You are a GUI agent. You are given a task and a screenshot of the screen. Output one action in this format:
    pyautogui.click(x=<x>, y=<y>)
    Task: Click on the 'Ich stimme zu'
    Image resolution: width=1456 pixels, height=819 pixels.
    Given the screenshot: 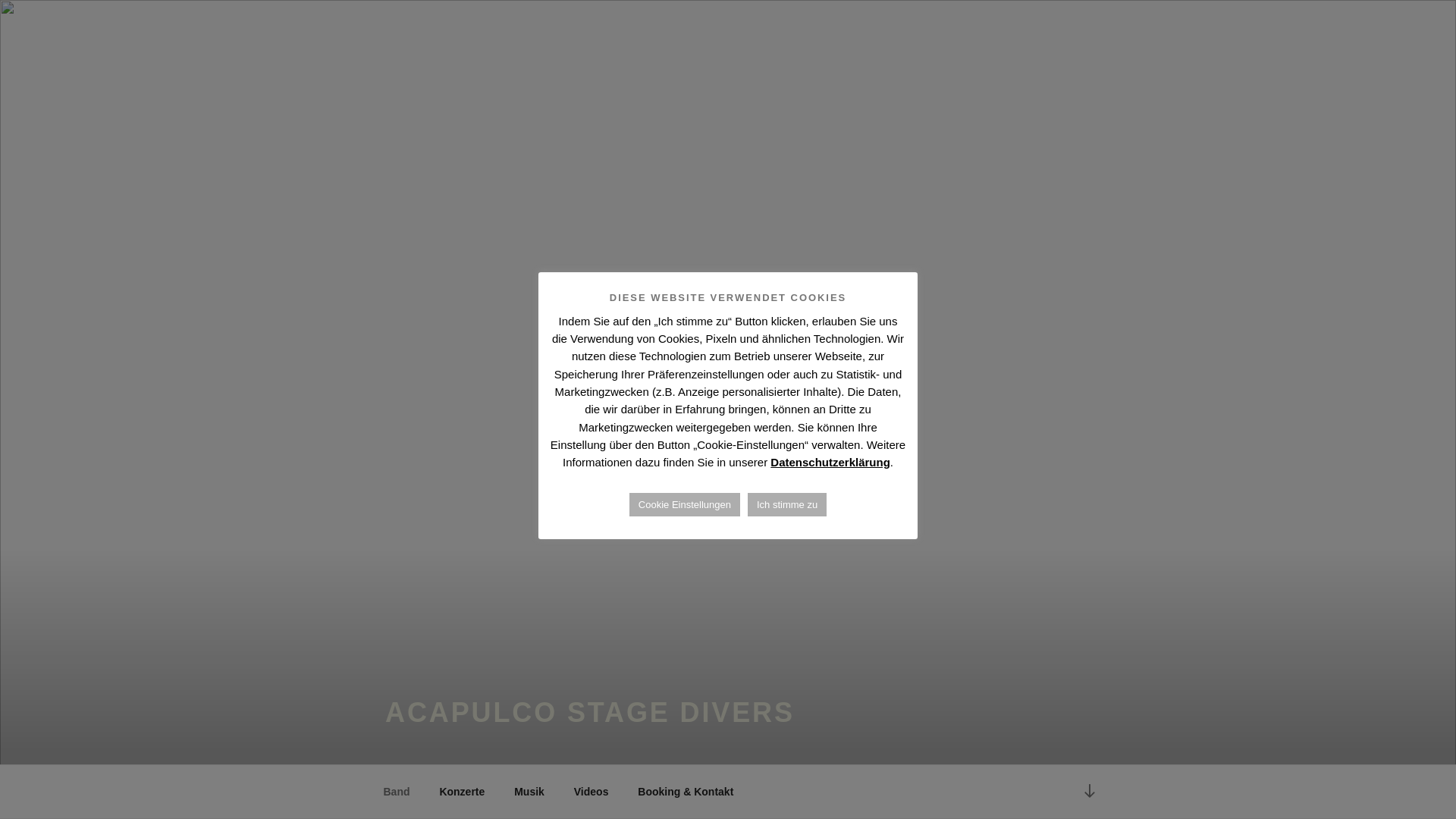 What is the action you would take?
    pyautogui.click(x=747, y=504)
    